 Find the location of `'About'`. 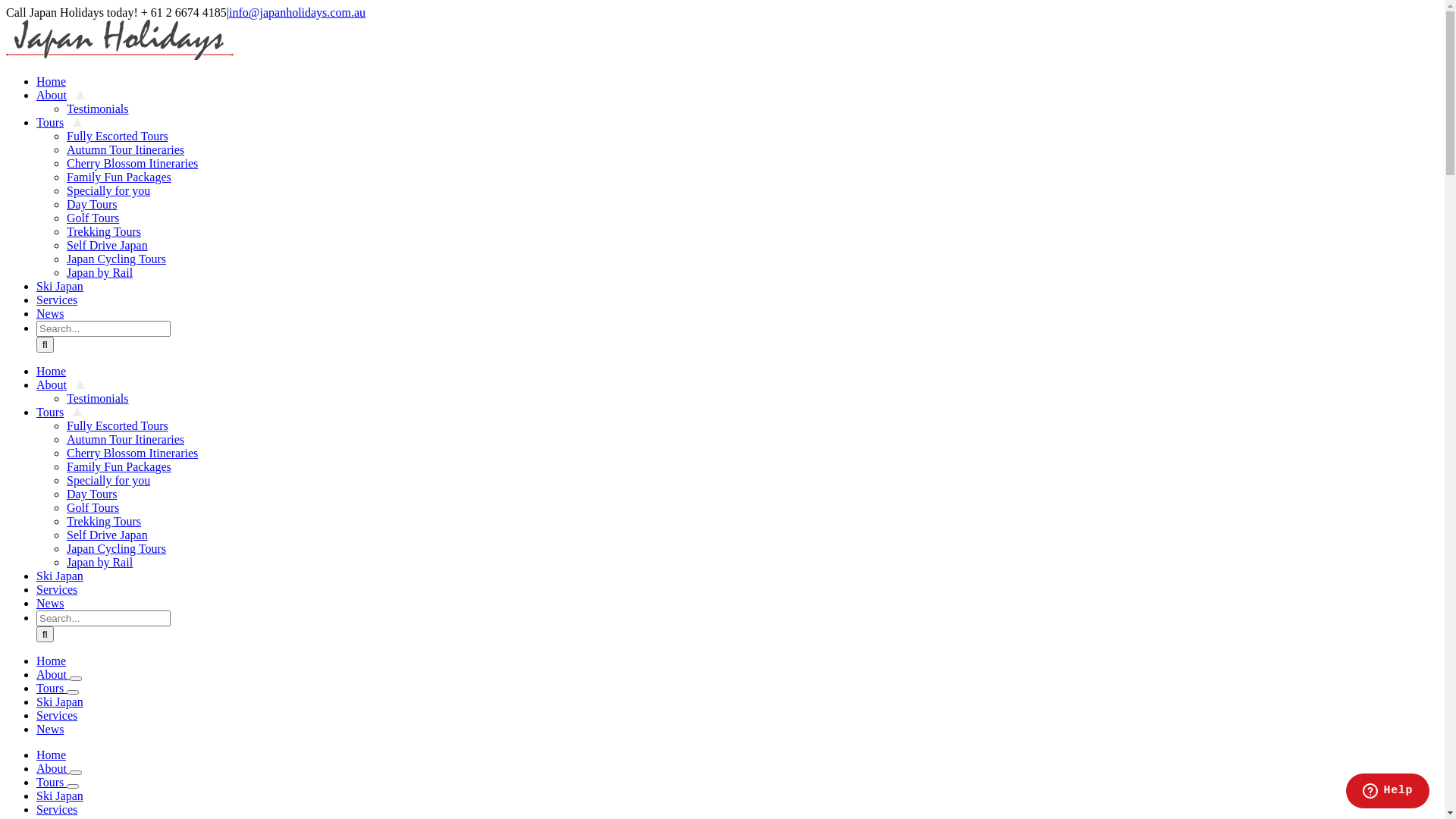

'About' is located at coordinates (53, 673).